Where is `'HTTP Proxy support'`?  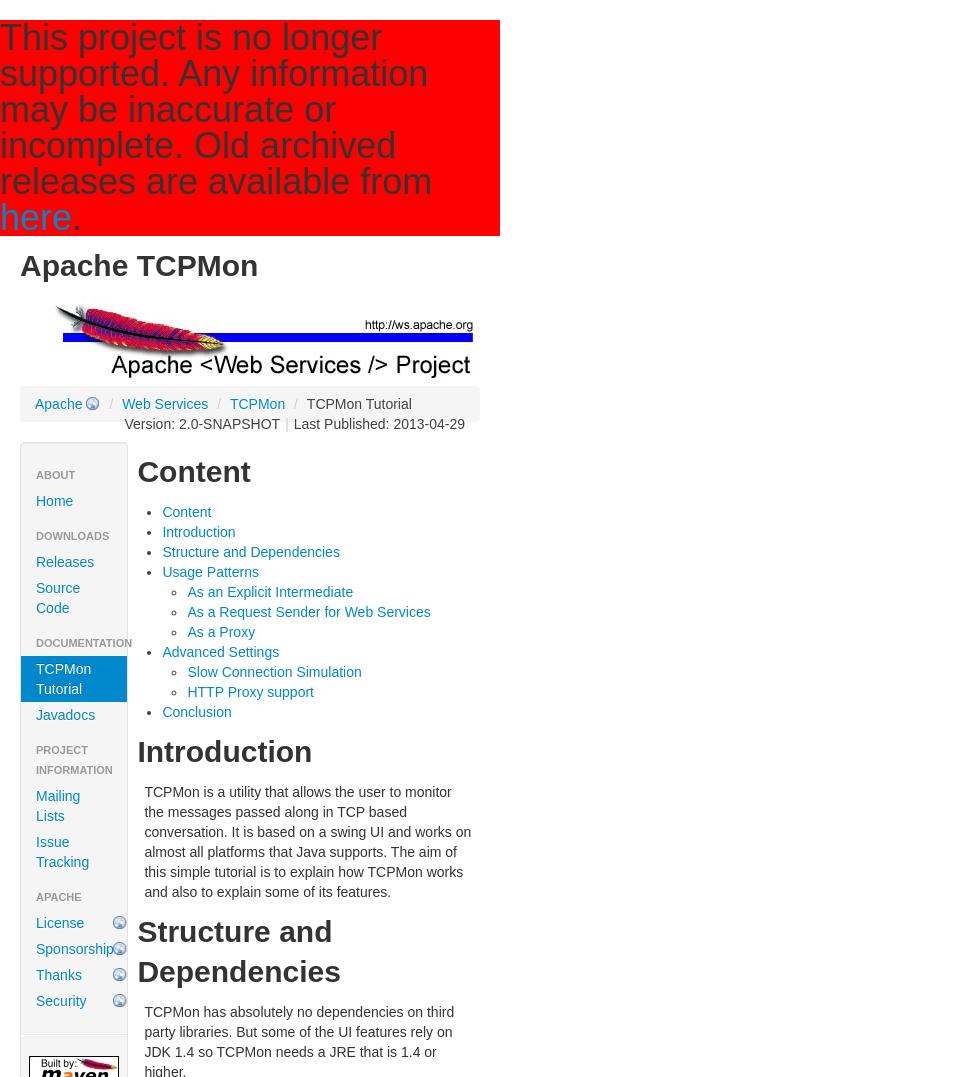
'HTTP Proxy support' is located at coordinates (186, 690).